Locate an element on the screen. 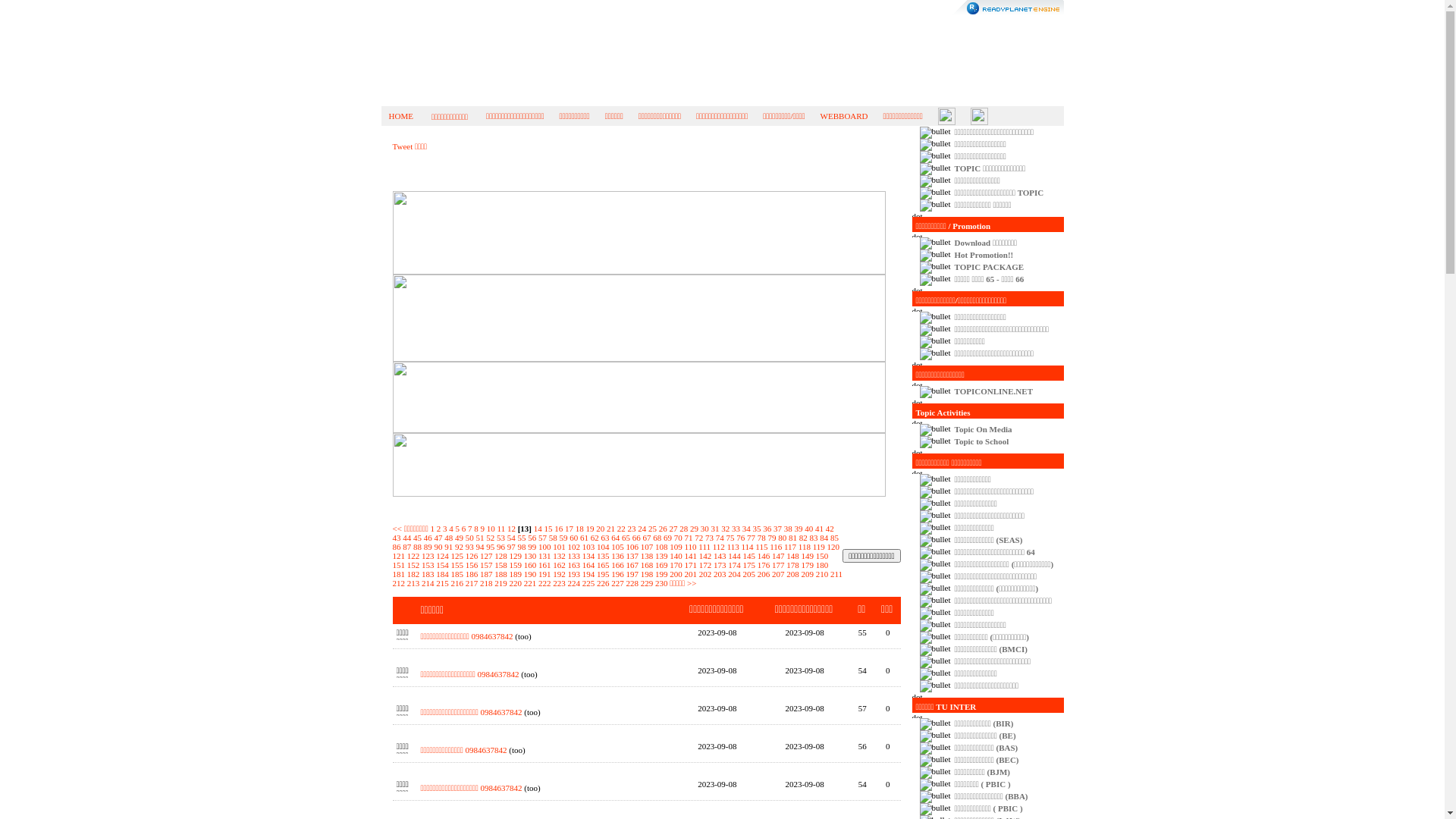 The height and width of the screenshot is (819, 1456). '83' is located at coordinates (813, 537).